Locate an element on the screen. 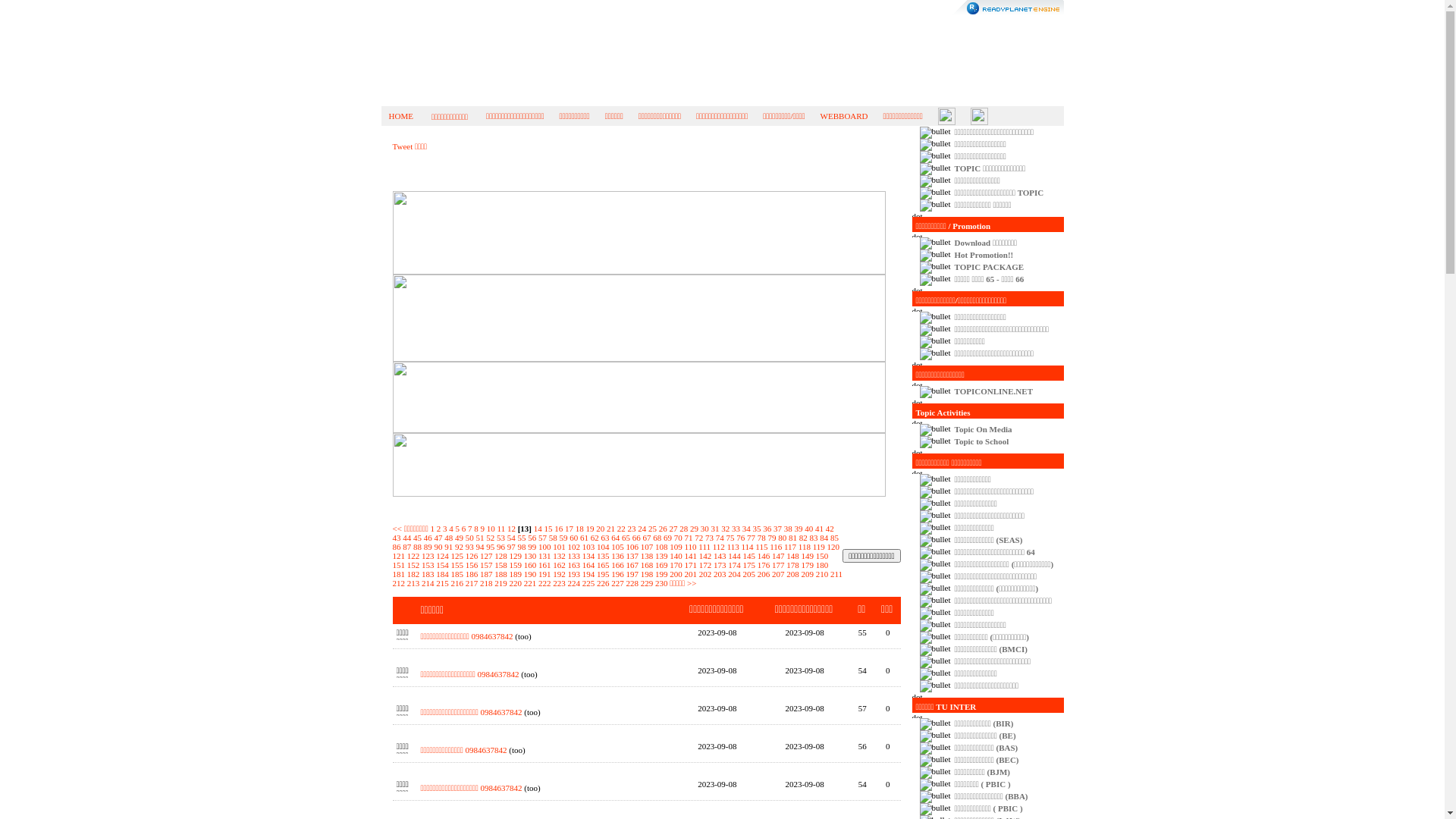 The height and width of the screenshot is (819, 1456). '83' is located at coordinates (813, 537).